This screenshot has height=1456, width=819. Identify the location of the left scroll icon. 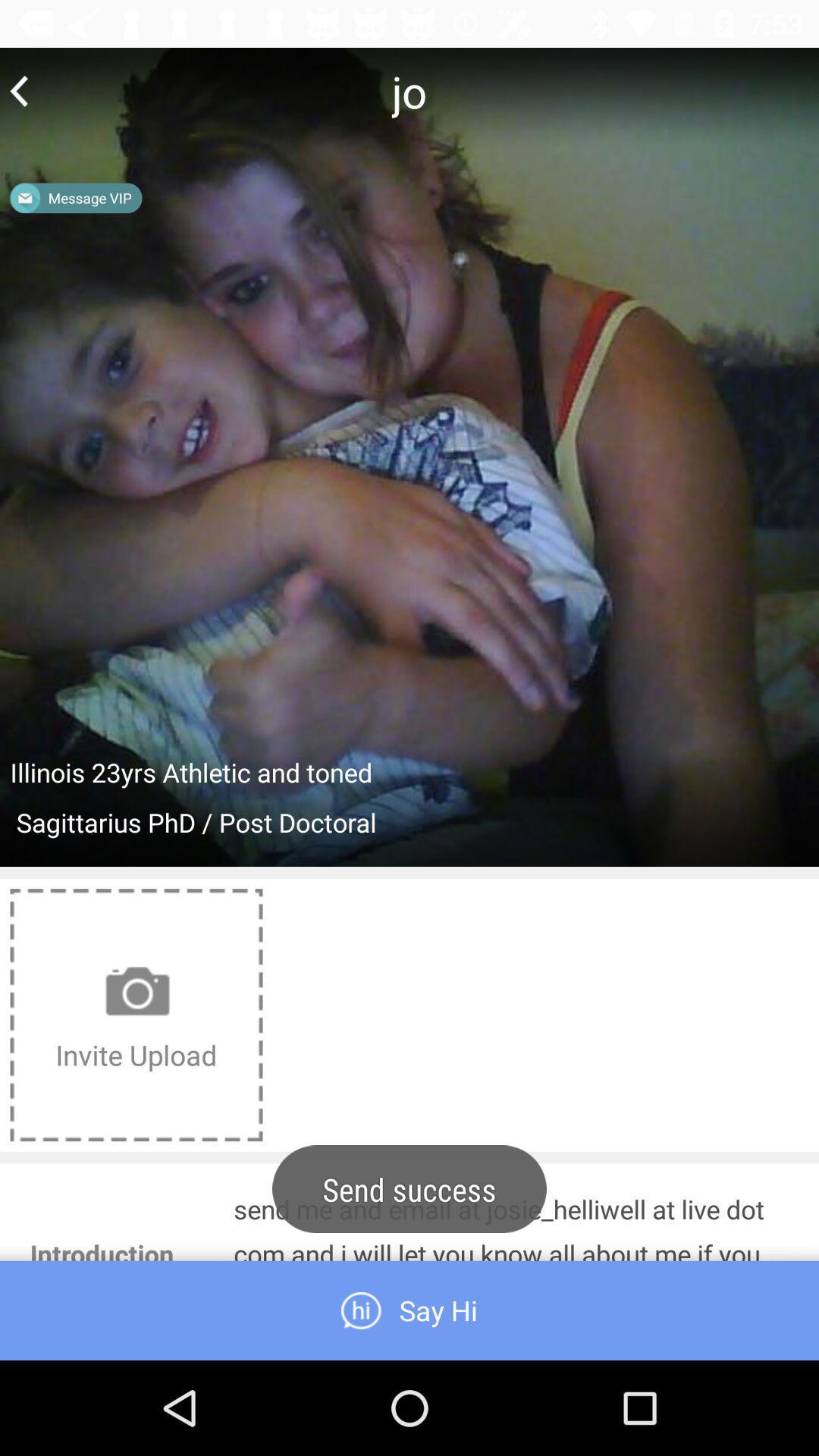
(19, 90).